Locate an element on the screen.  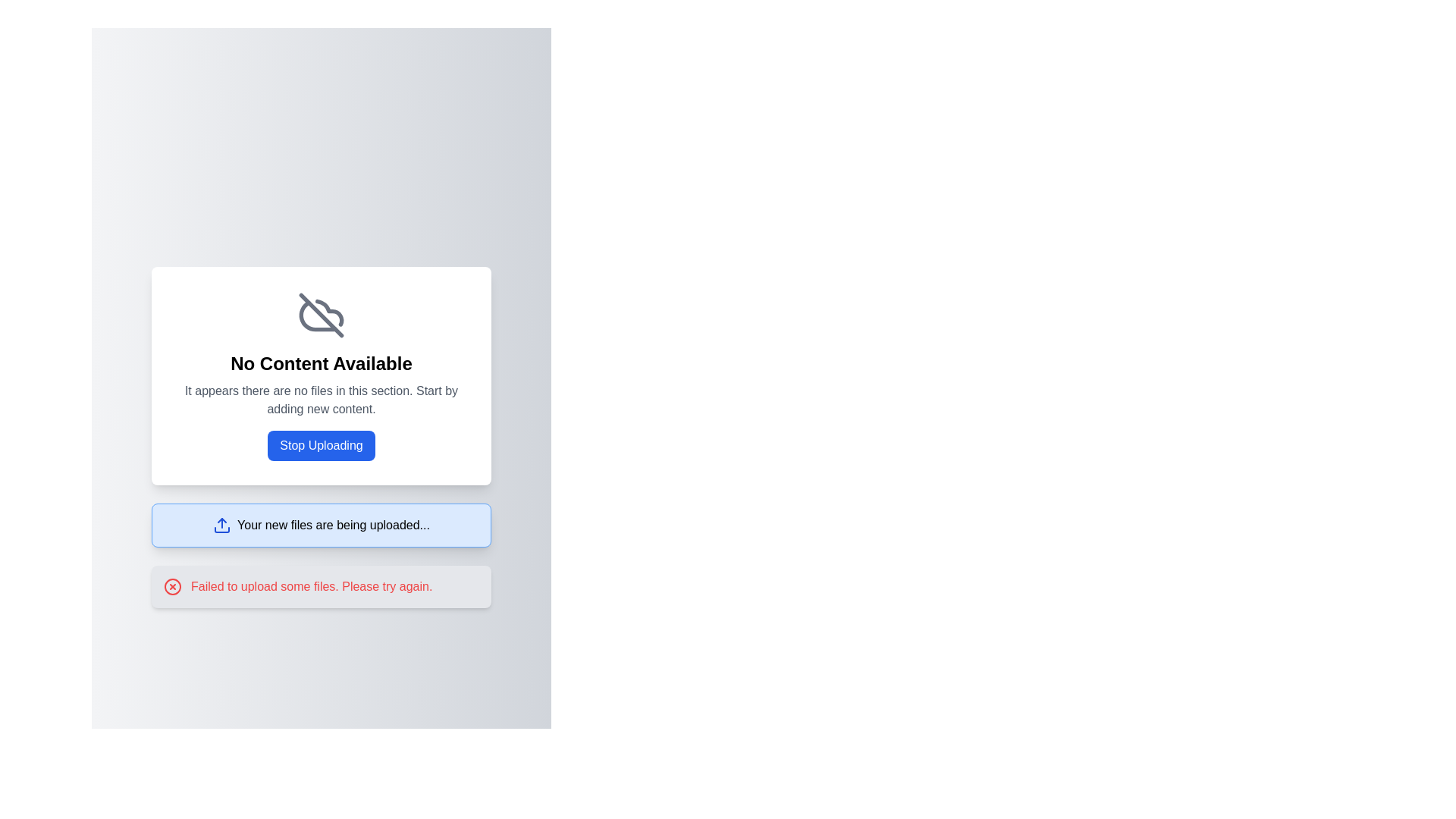
the blue rectangular segment of the upload icon located to the left of the text 'Your new files are being uploaded...' is located at coordinates (221, 529).